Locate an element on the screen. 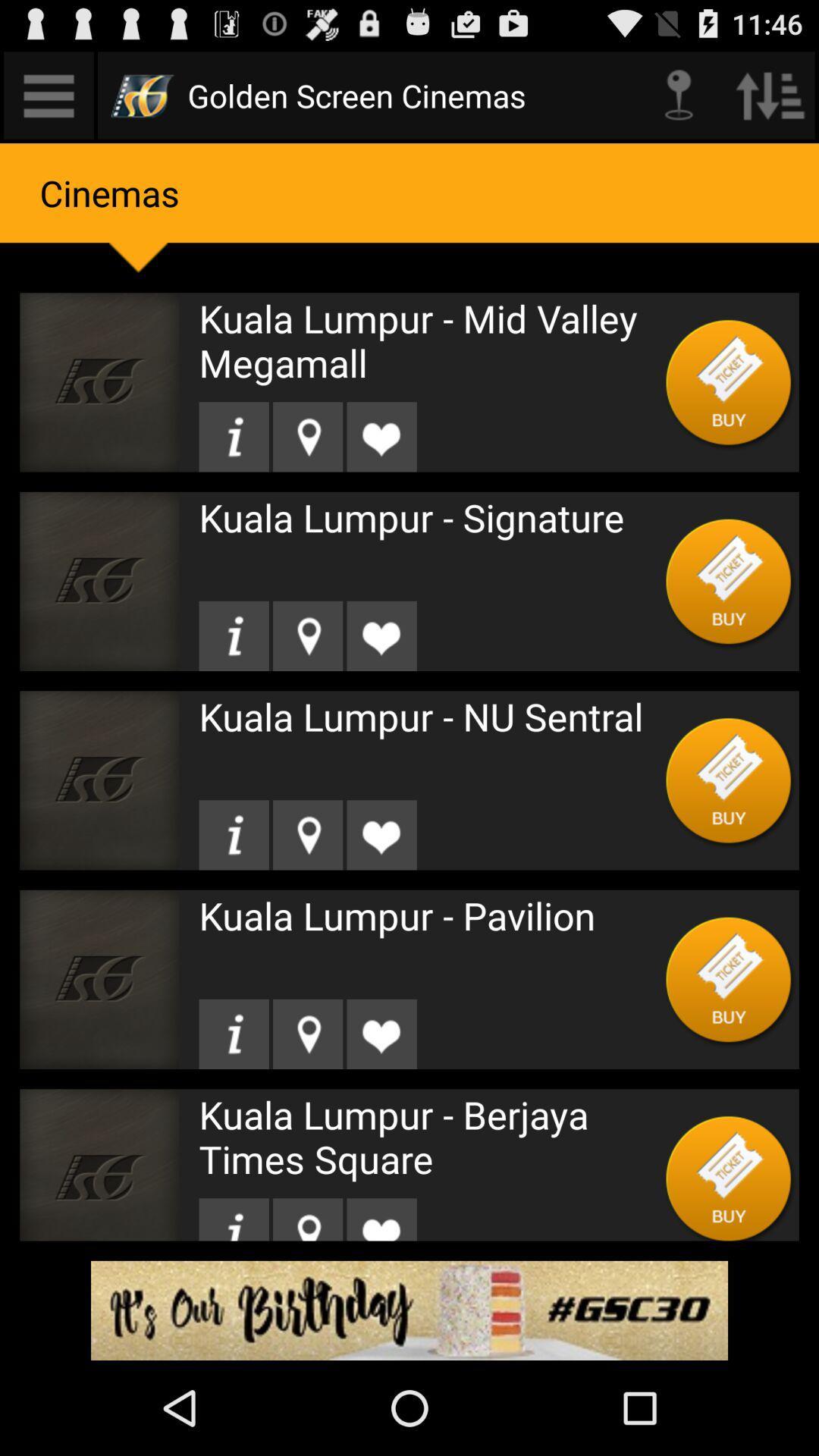  like item is located at coordinates (381, 1219).